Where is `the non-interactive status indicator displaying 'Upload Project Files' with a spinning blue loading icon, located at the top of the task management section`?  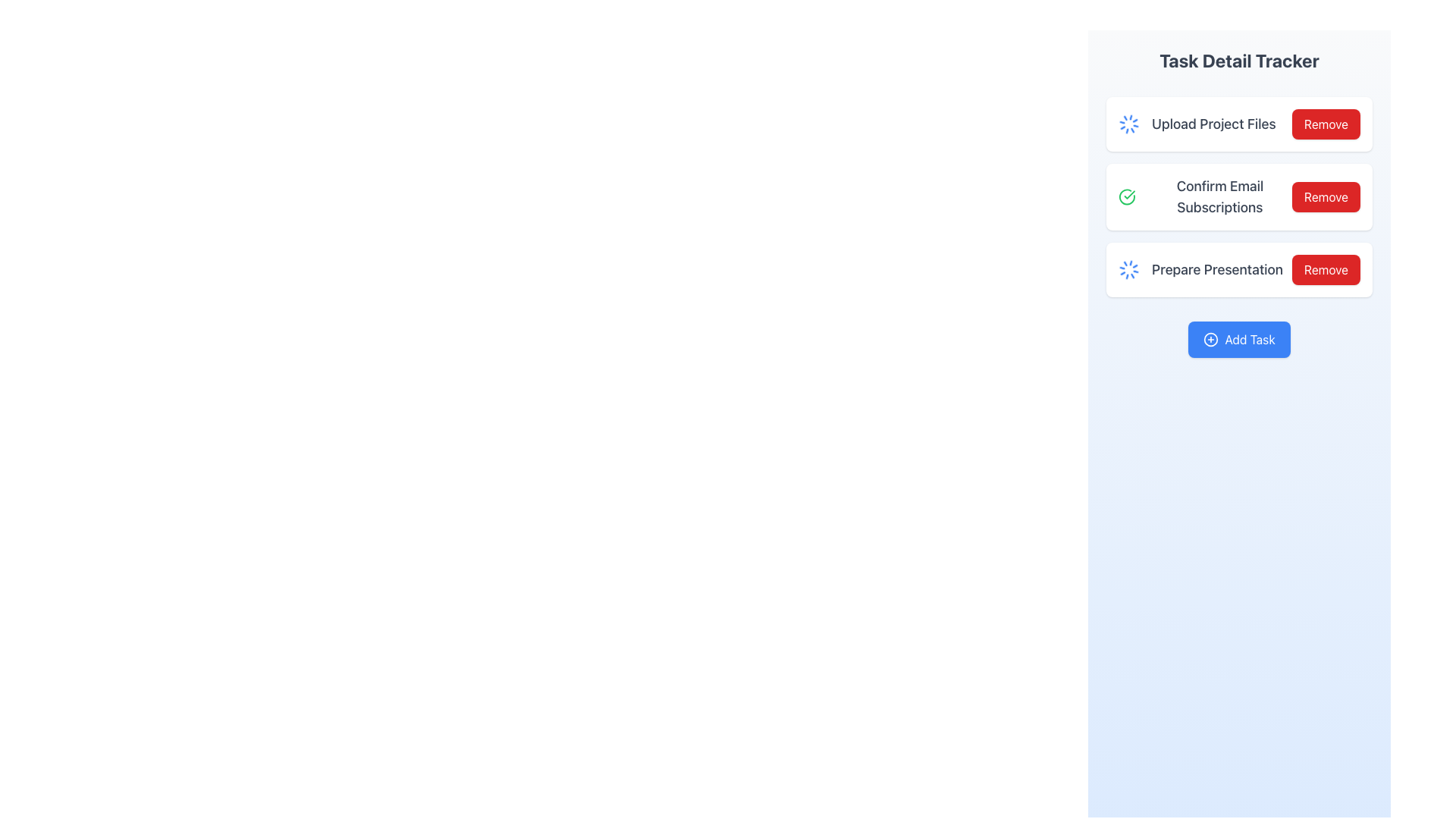 the non-interactive status indicator displaying 'Upload Project Files' with a spinning blue loading icon, located at the top of the task management section is located at coordinates (1196, 124).